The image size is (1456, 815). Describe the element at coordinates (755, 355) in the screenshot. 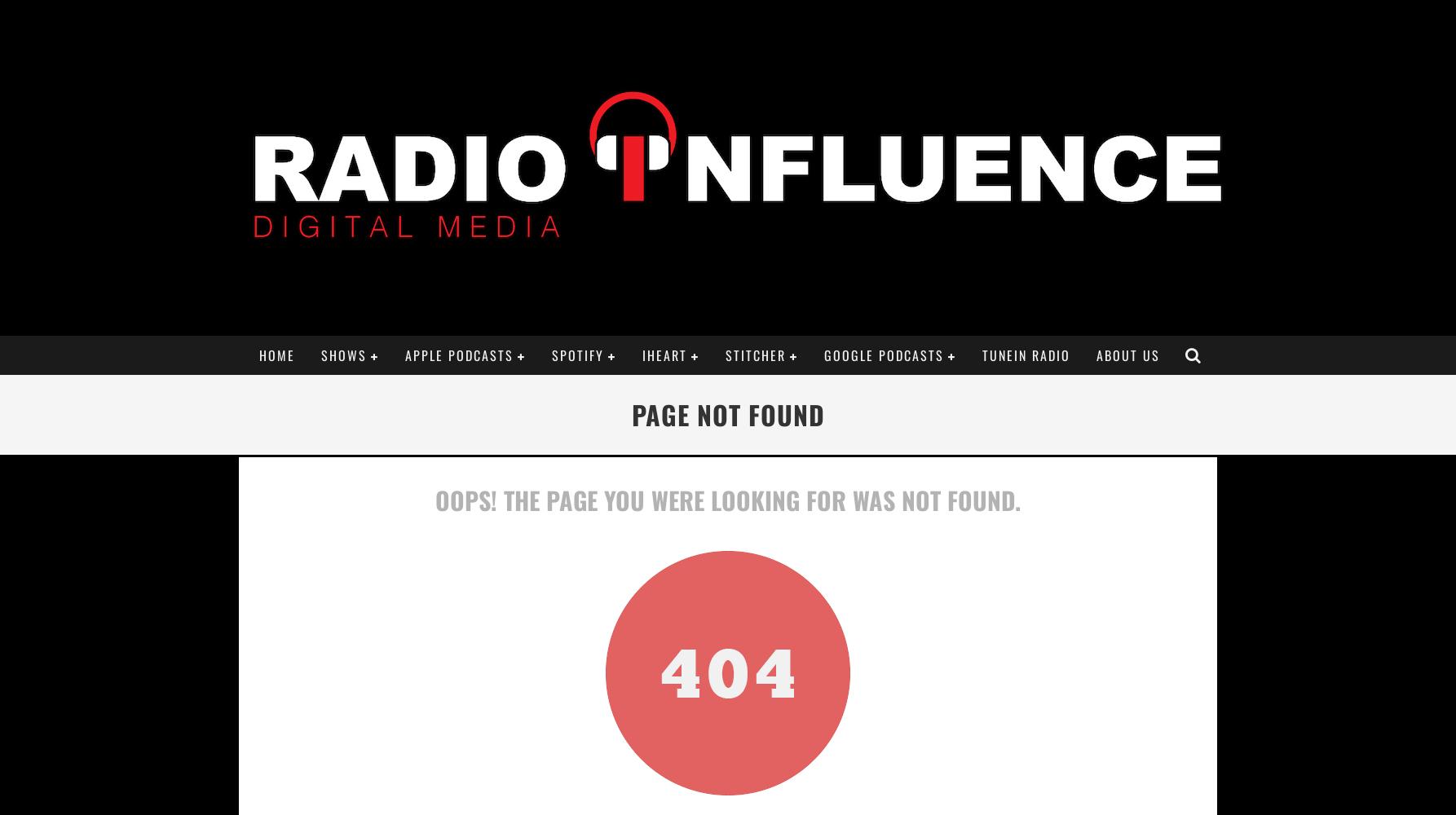

I see `'Stitcher'` at that location.